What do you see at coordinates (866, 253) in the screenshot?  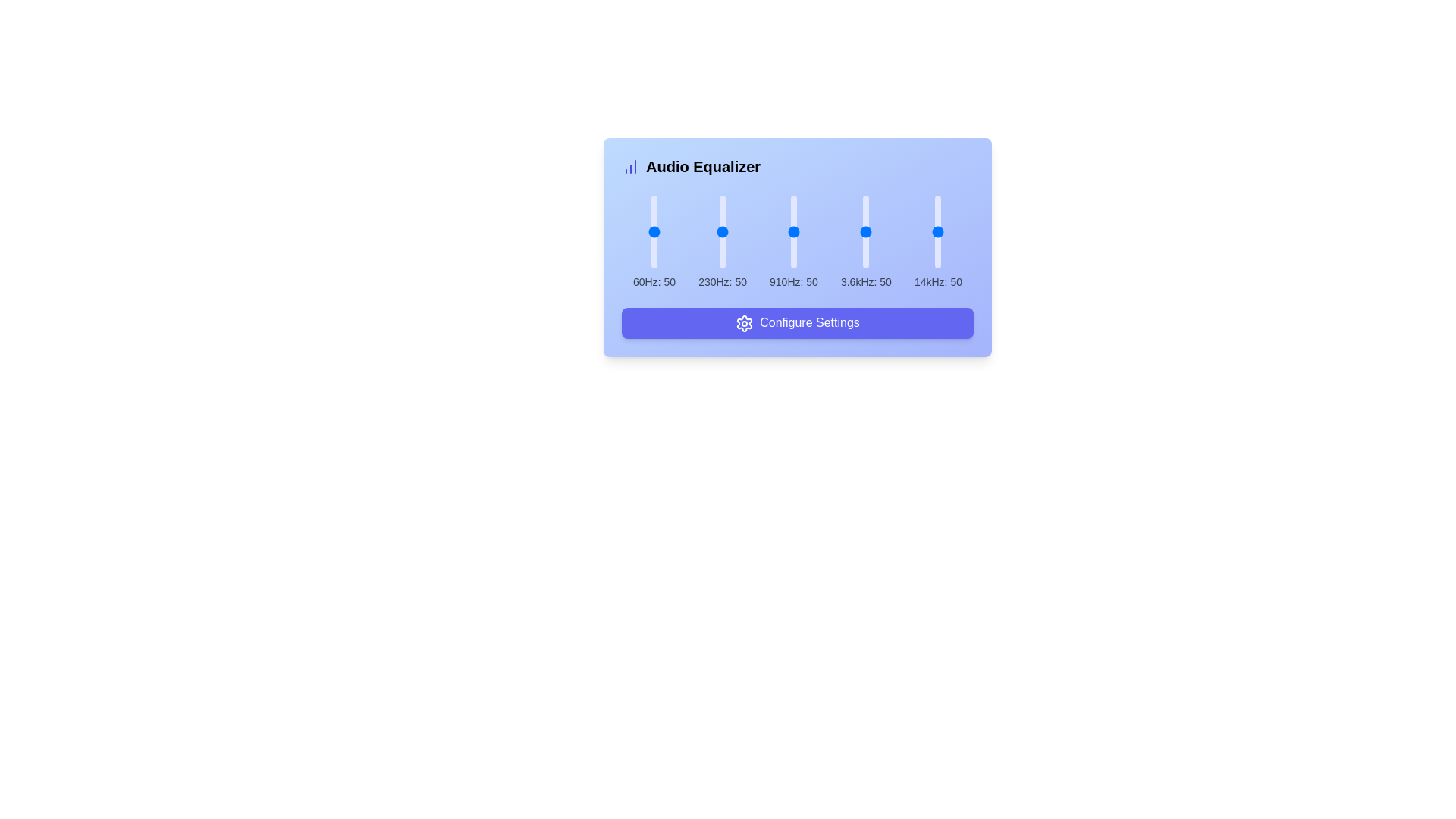 I see `the 3.6kHz slider` at bounding box center [866, 253].